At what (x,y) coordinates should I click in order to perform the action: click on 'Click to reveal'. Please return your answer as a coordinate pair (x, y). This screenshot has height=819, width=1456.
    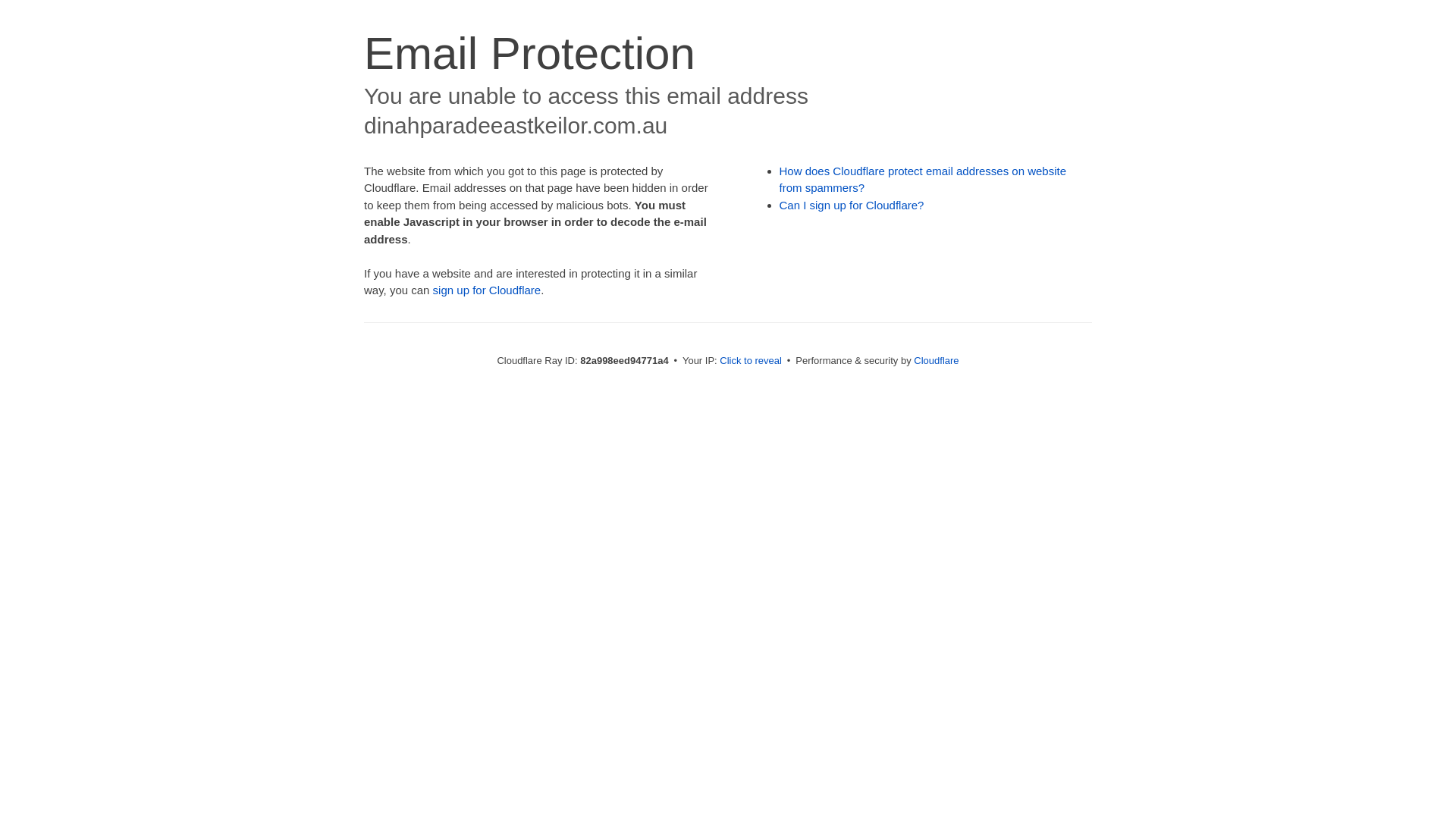
    Looking at the image, I should click on (750, 360).